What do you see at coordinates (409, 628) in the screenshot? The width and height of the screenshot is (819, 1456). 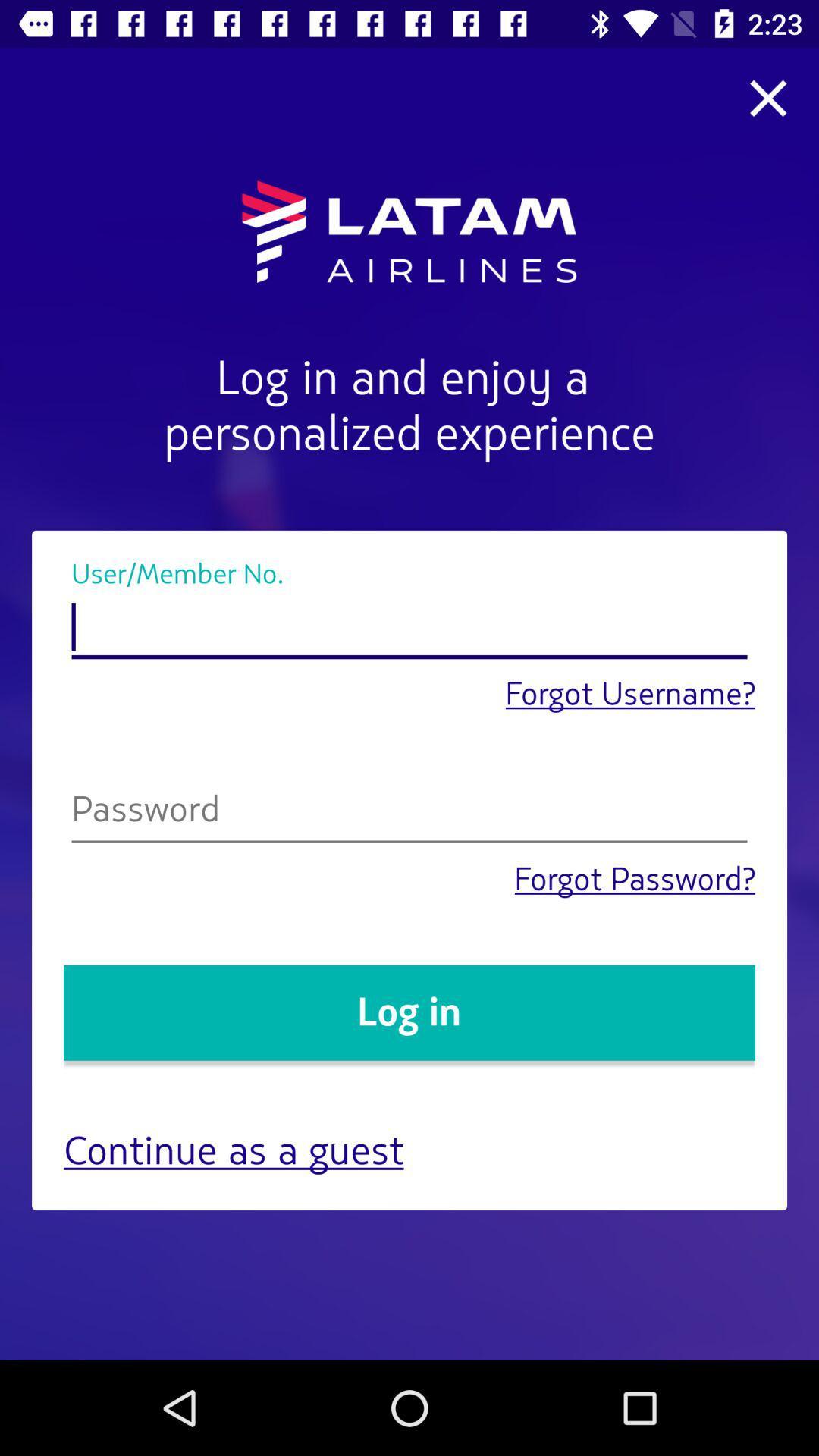 I see `user or member number` at bounding box center [409, 628].